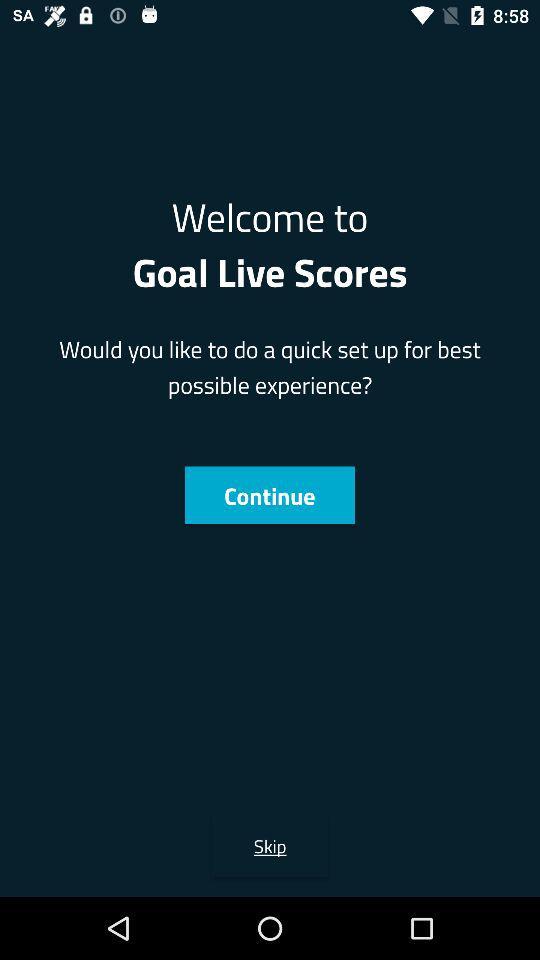 The width and height of the screenshot is (540, 960). What do you see at coordinates (269, 494) in the screenshot?
I see `continue item` at bounding box center [269, 494].